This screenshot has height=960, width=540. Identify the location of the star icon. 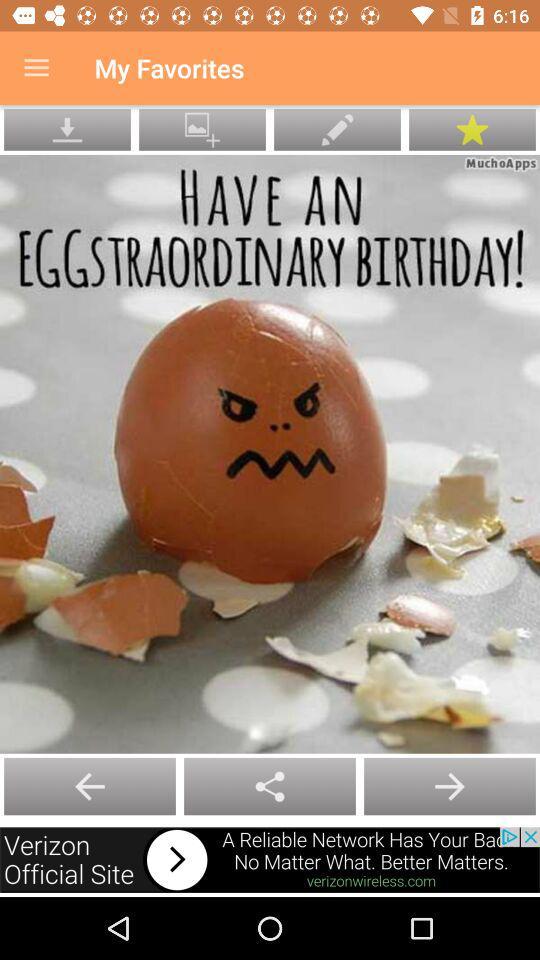
(472, 128).